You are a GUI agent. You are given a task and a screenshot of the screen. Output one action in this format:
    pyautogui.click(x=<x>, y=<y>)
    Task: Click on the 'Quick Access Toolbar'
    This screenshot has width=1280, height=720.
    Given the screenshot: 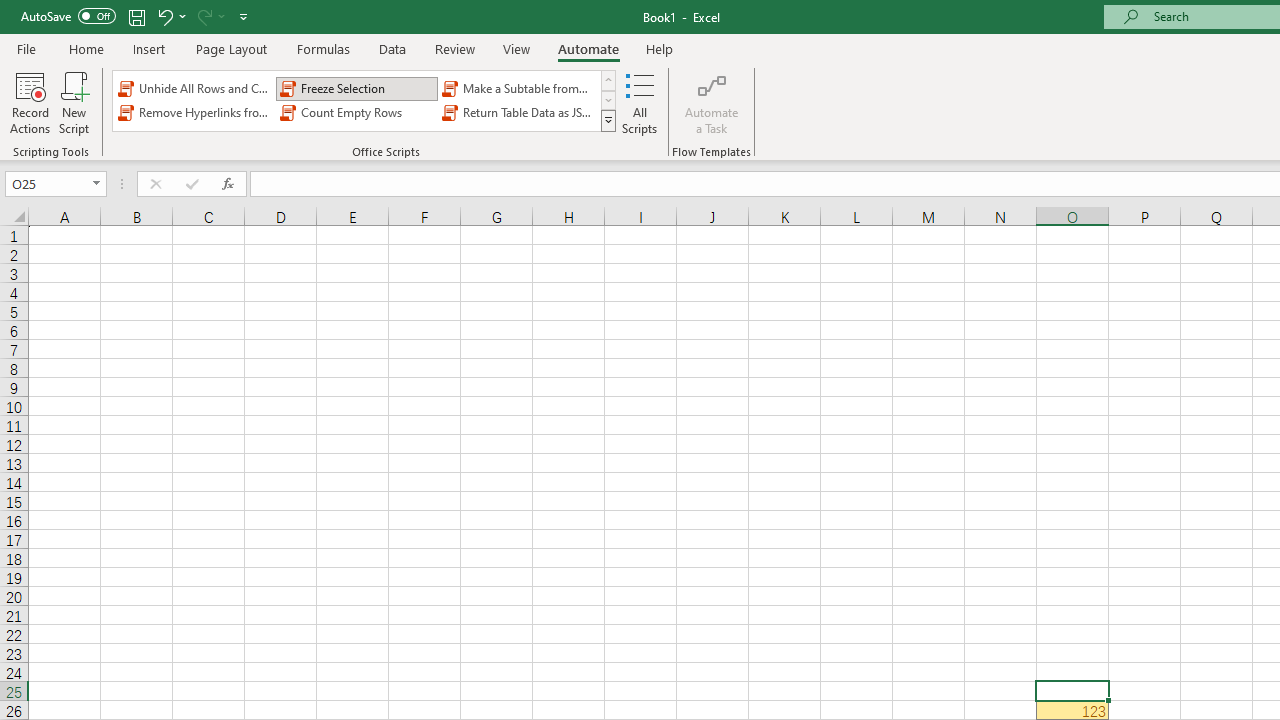 What is the action you would take?
    pyautogui.click(x=135, y=16)
    